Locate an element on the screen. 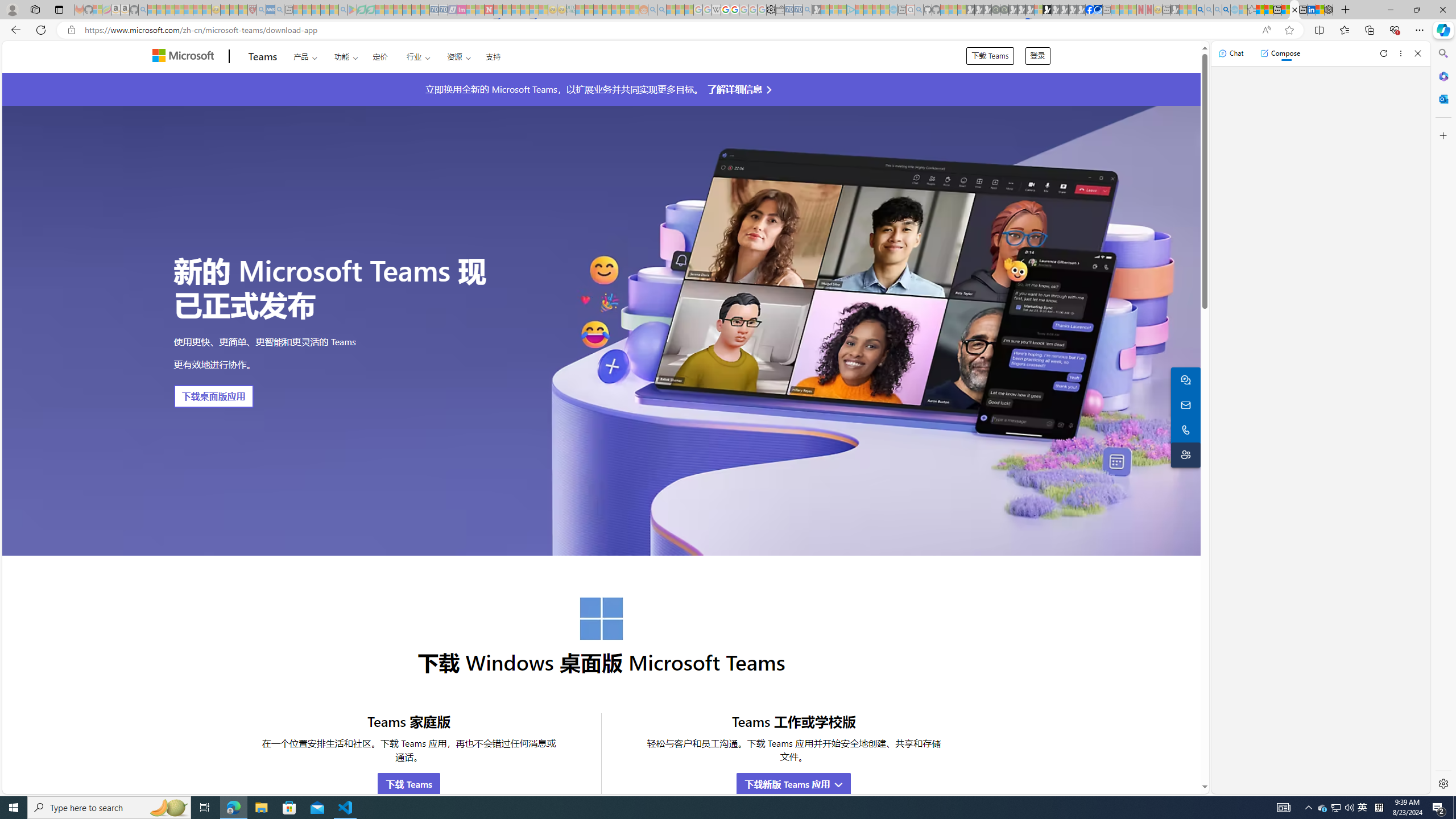  'Future Focus Report 2024 - Sleeping' is located at coordinates (1004, 9).